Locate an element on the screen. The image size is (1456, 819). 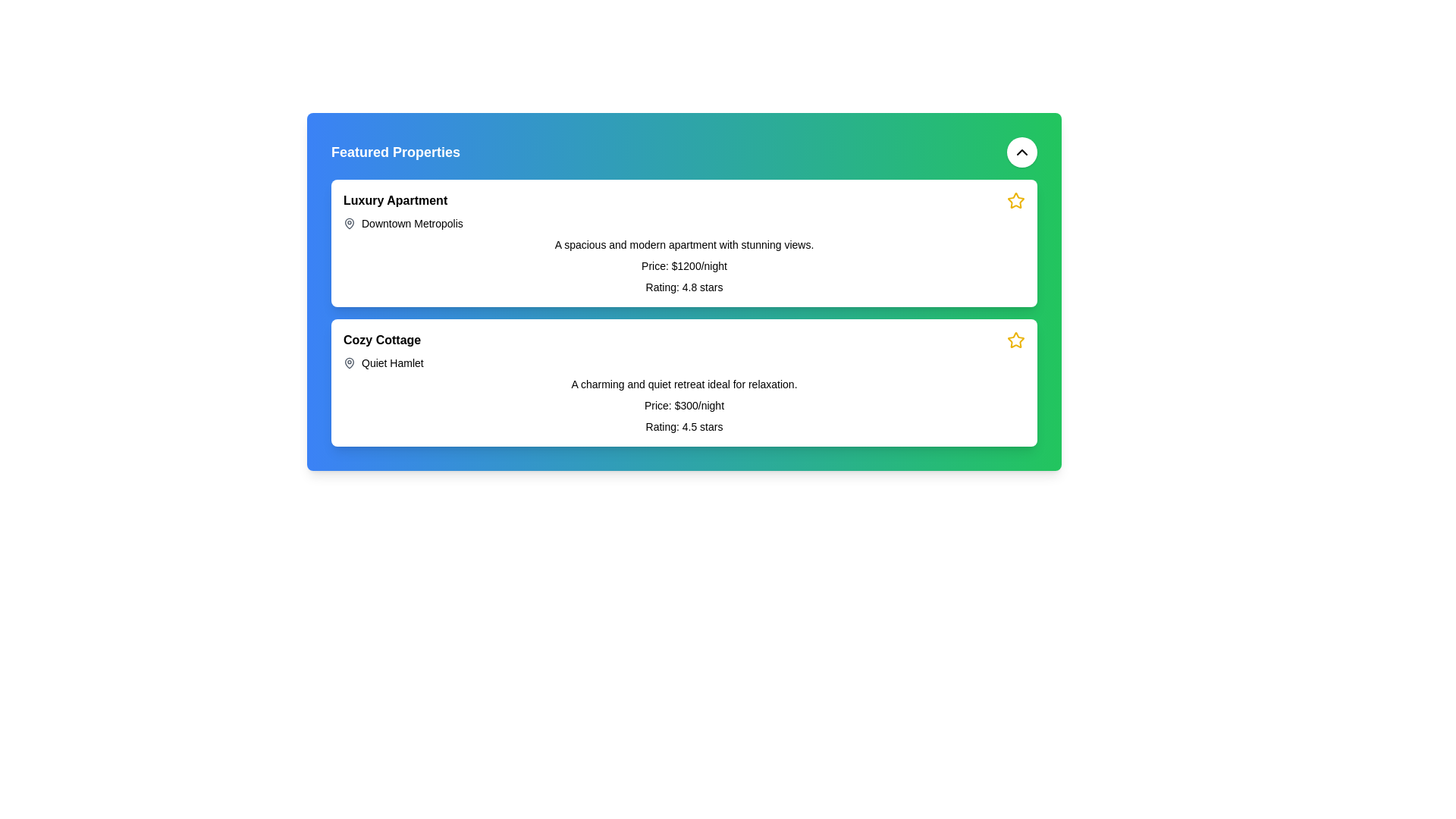
the star icon located at the top-right corner inside the first card, next to the text 'Luxury Apartment' to mark it as a favorite is located at coordinates (1015, 199).